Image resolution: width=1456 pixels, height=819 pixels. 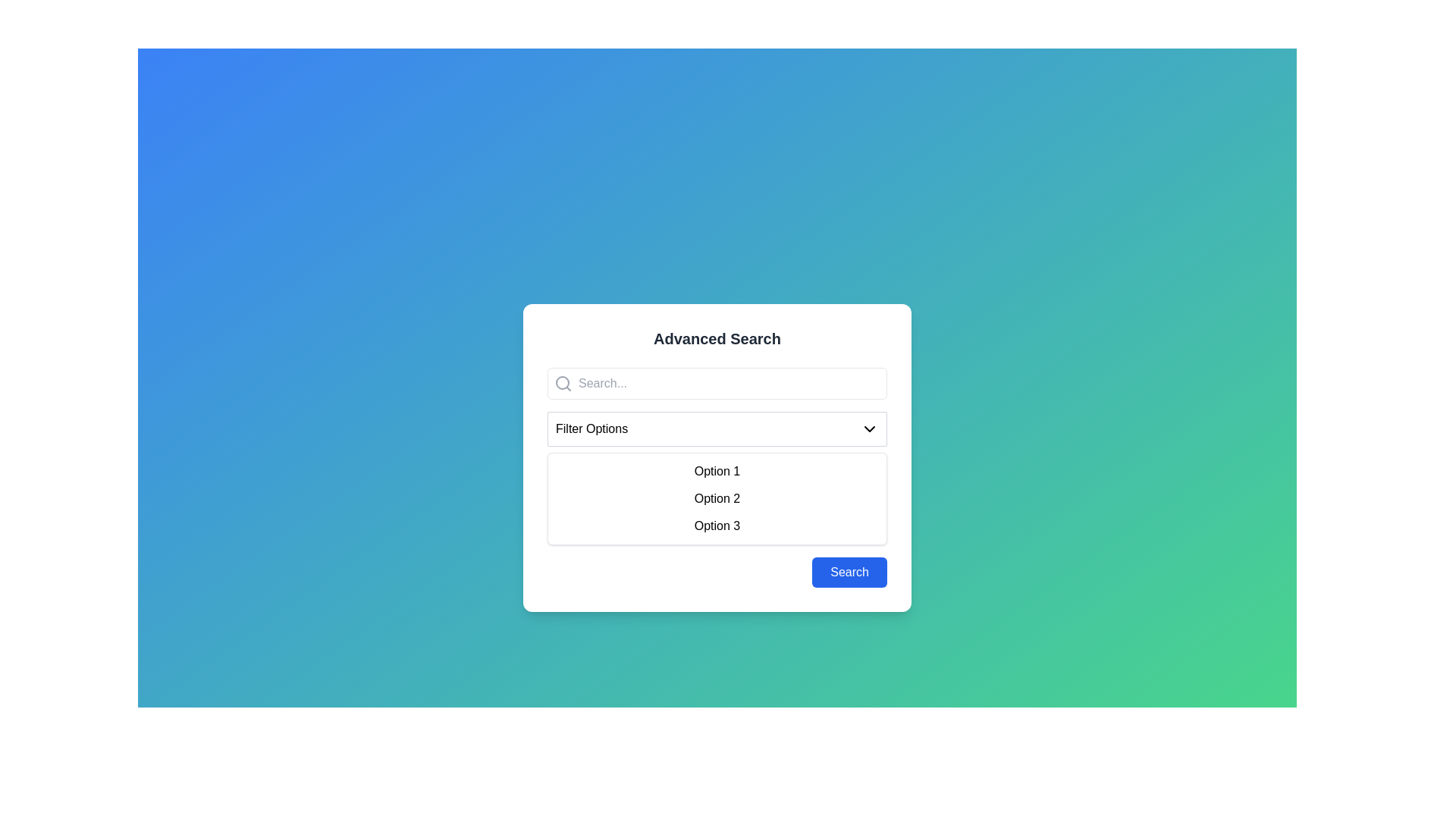 I want to click on the 'Search' button located at the bottom-right corner of the form in the centralized dialog box to initiate the search, so click(x=849, y=573).